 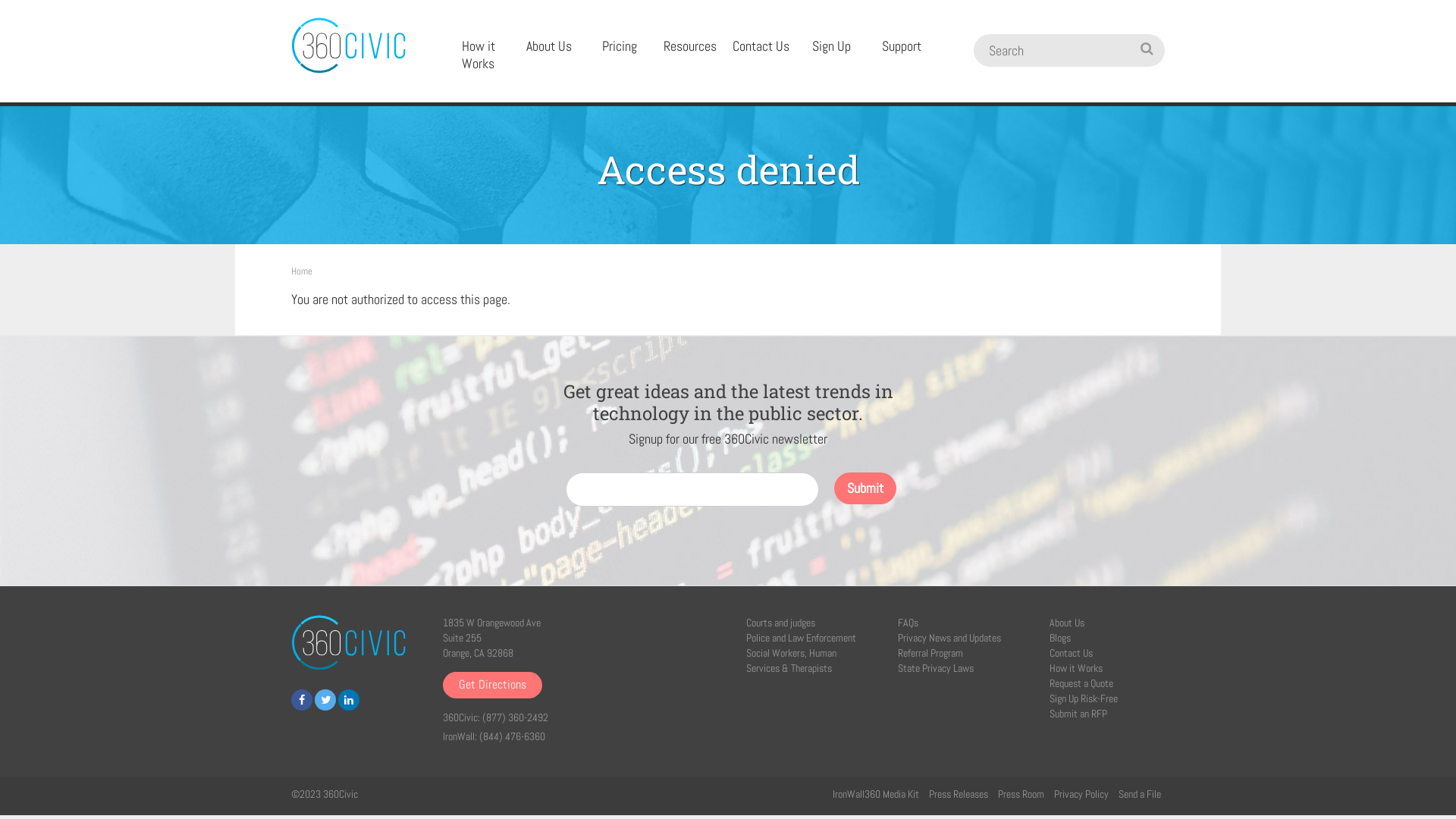 I want to click on 'Sign Up', so click(x=830, y=45).